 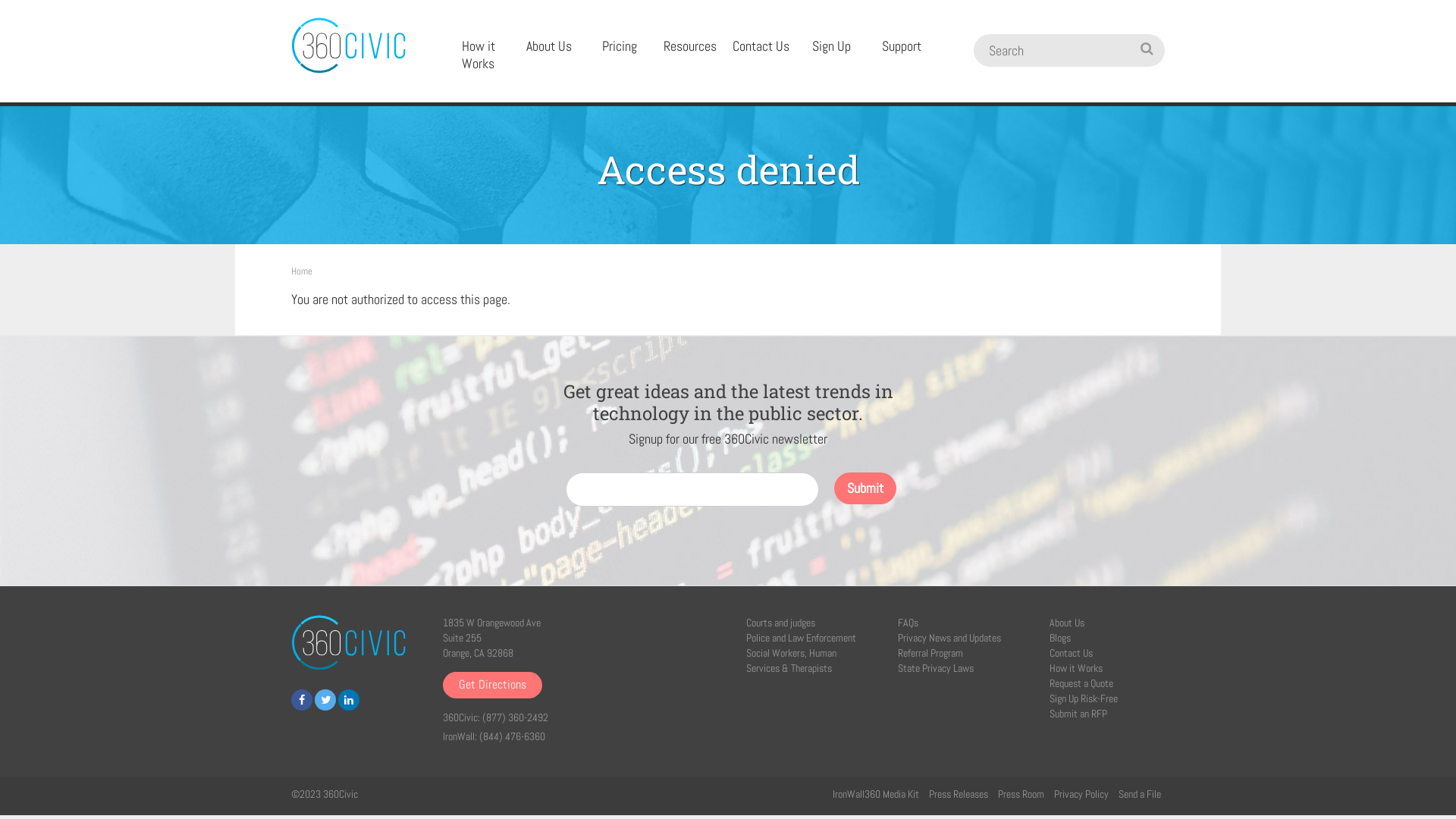 I want to click on 'Sign Up', so click(x=830, y=45).